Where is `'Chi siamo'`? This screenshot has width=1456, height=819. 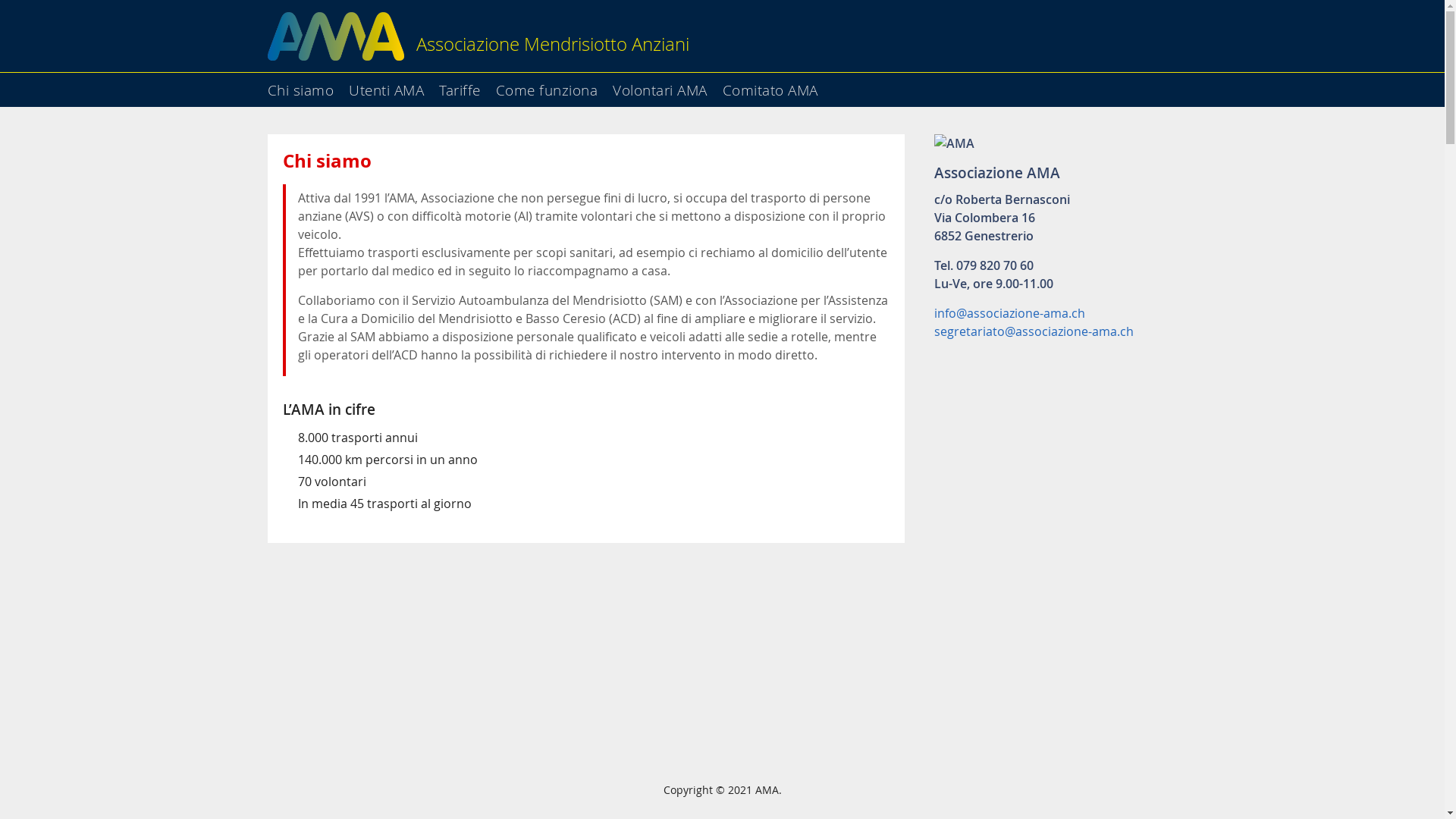
'Chi siamo' is located at coordinates (305, 84).